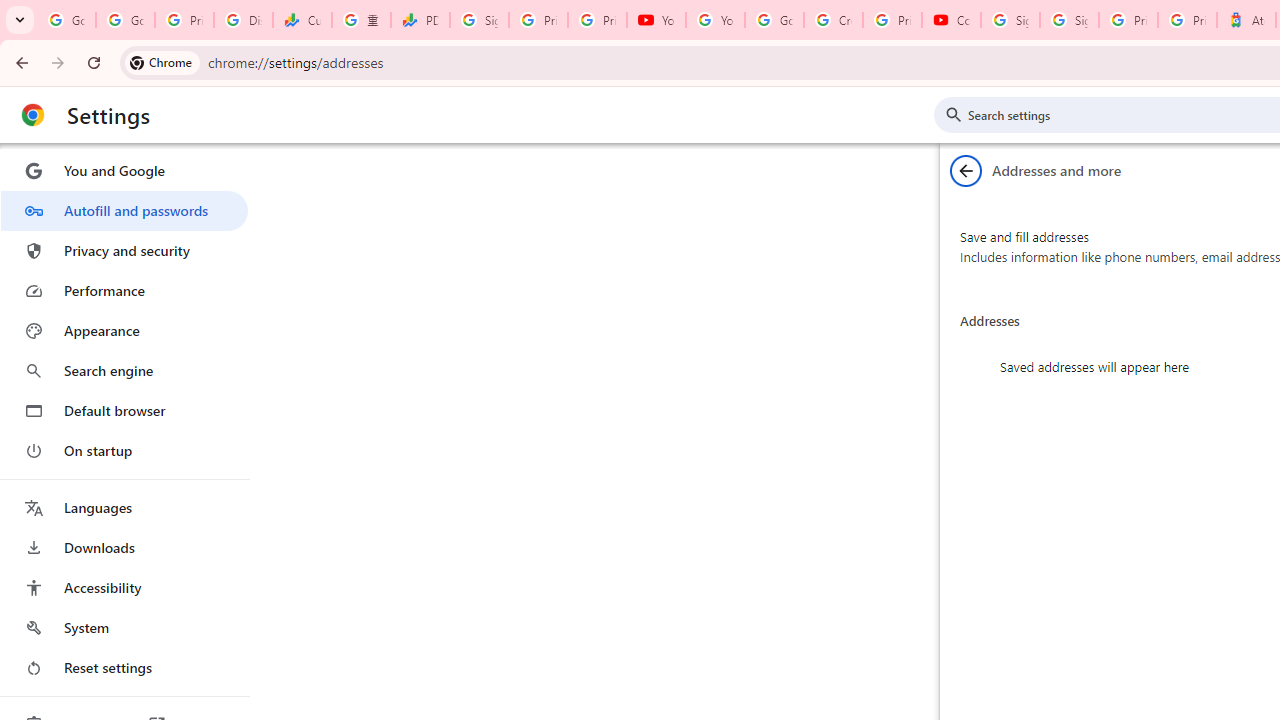 The width and height of the screenshot is (1280, 720). I want to click on 'You and Google', so click(123, 170).